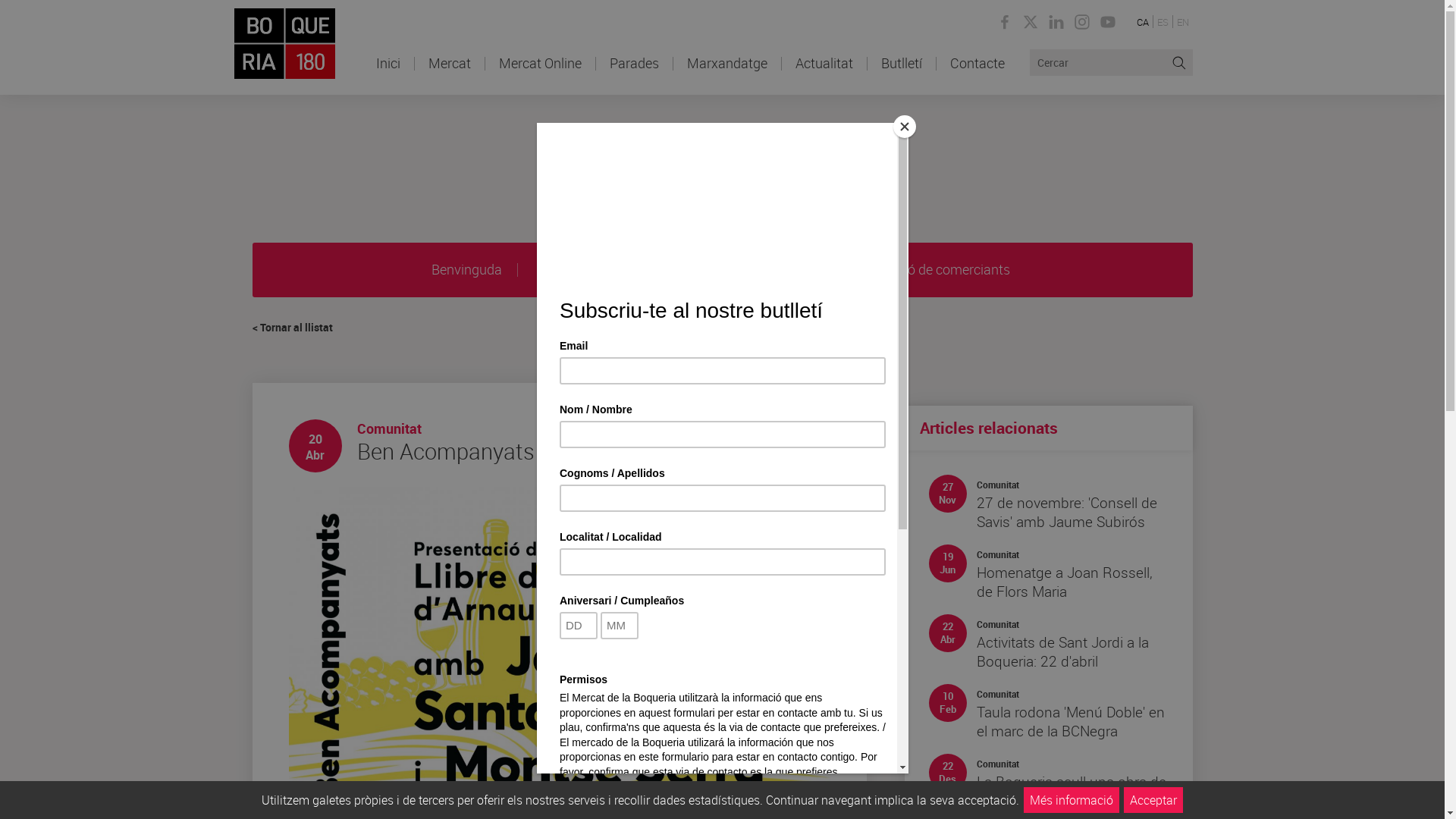  What do you see at coordinates (1107, 24) in the screenshot?
I see `'Youtube de la Boqueria'` at bounding box center [1107, 24].